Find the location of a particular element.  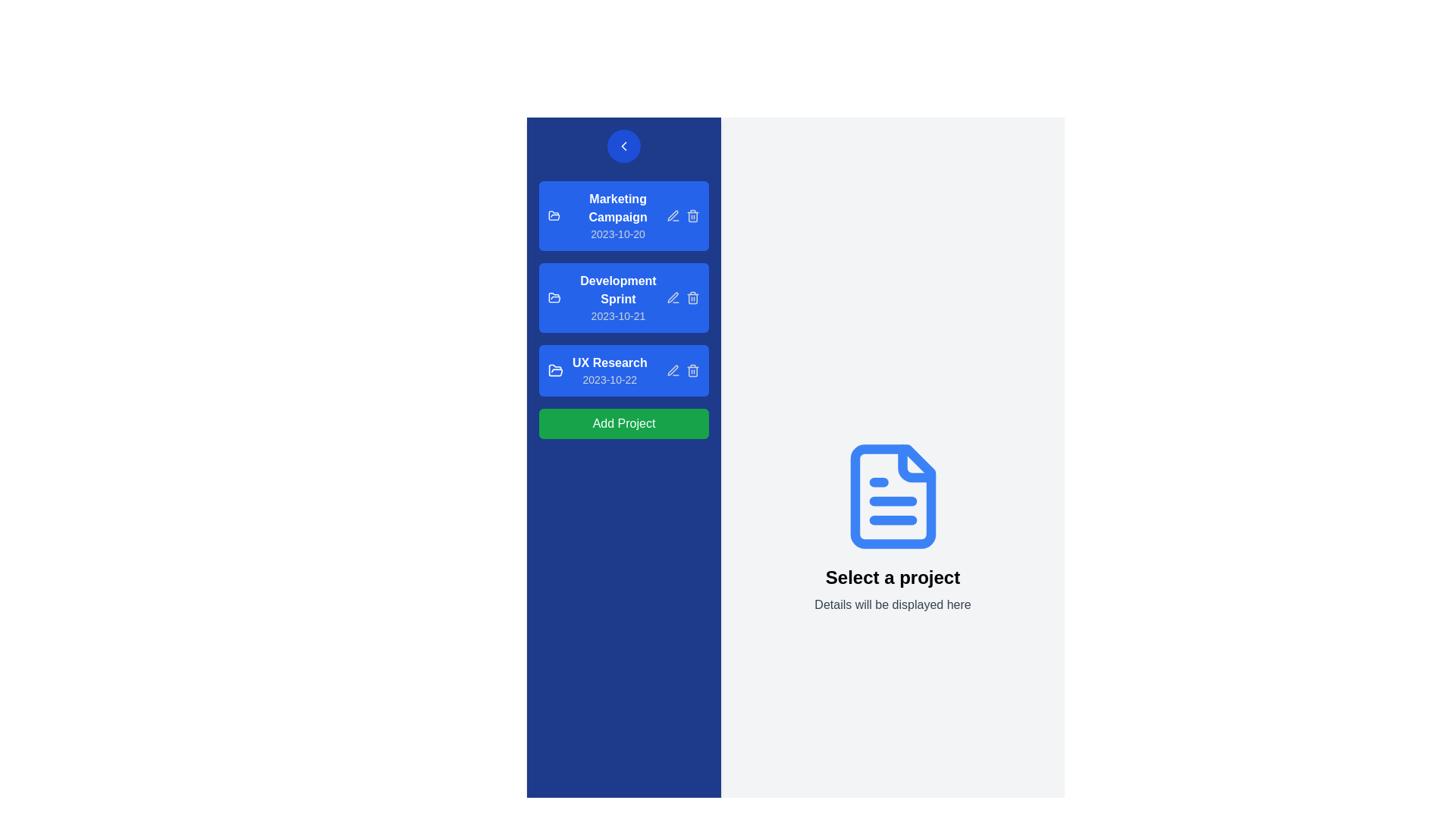

the blue outlined SVG icon resembling an open folder associated with 'UX Research' is located at coordinates (555, 371).